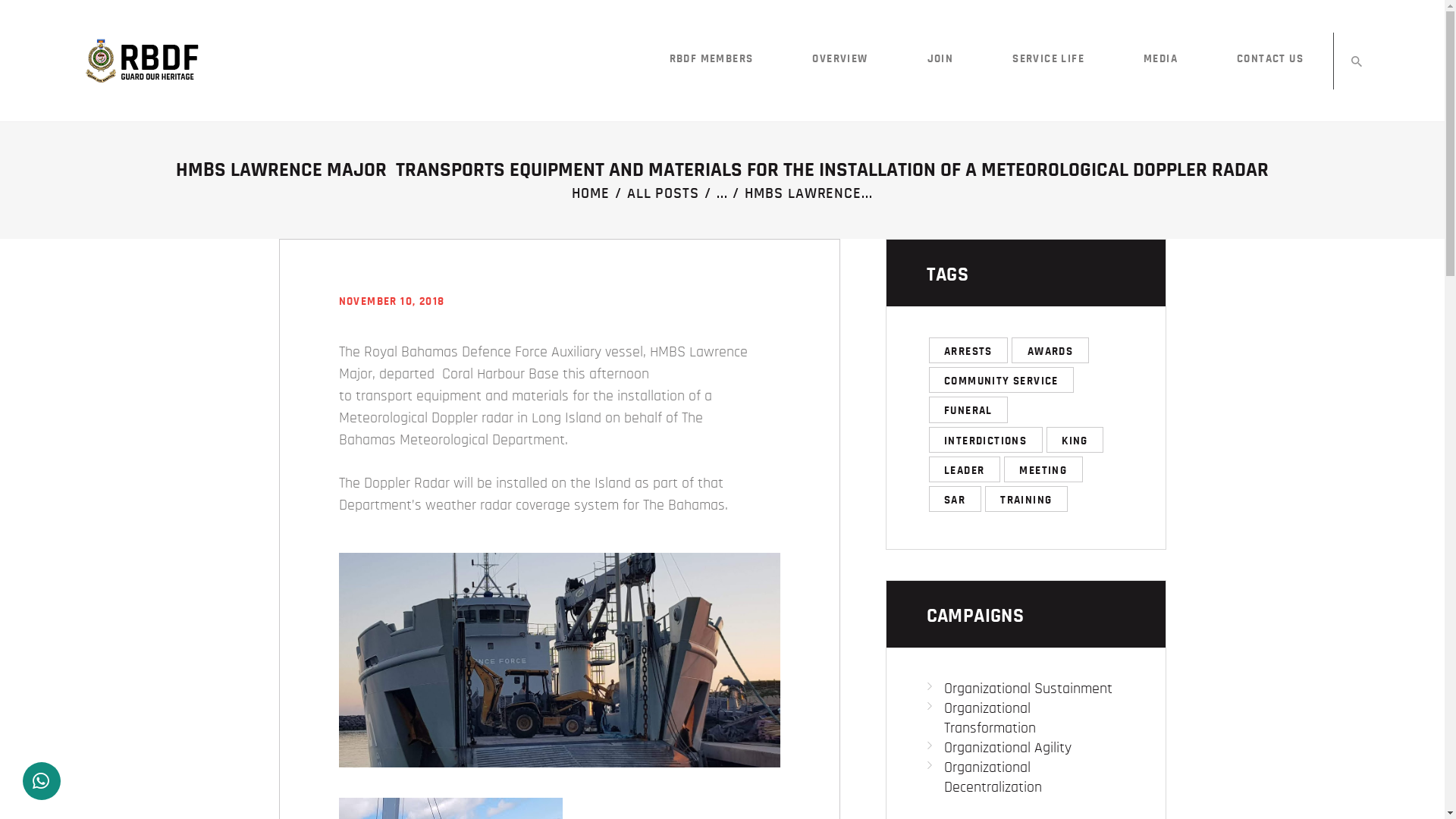 The image size is (1456, 819). Describe the element at coordinates (942, 747) in the screenshot. I see `'Organizational Agility'` at that location.